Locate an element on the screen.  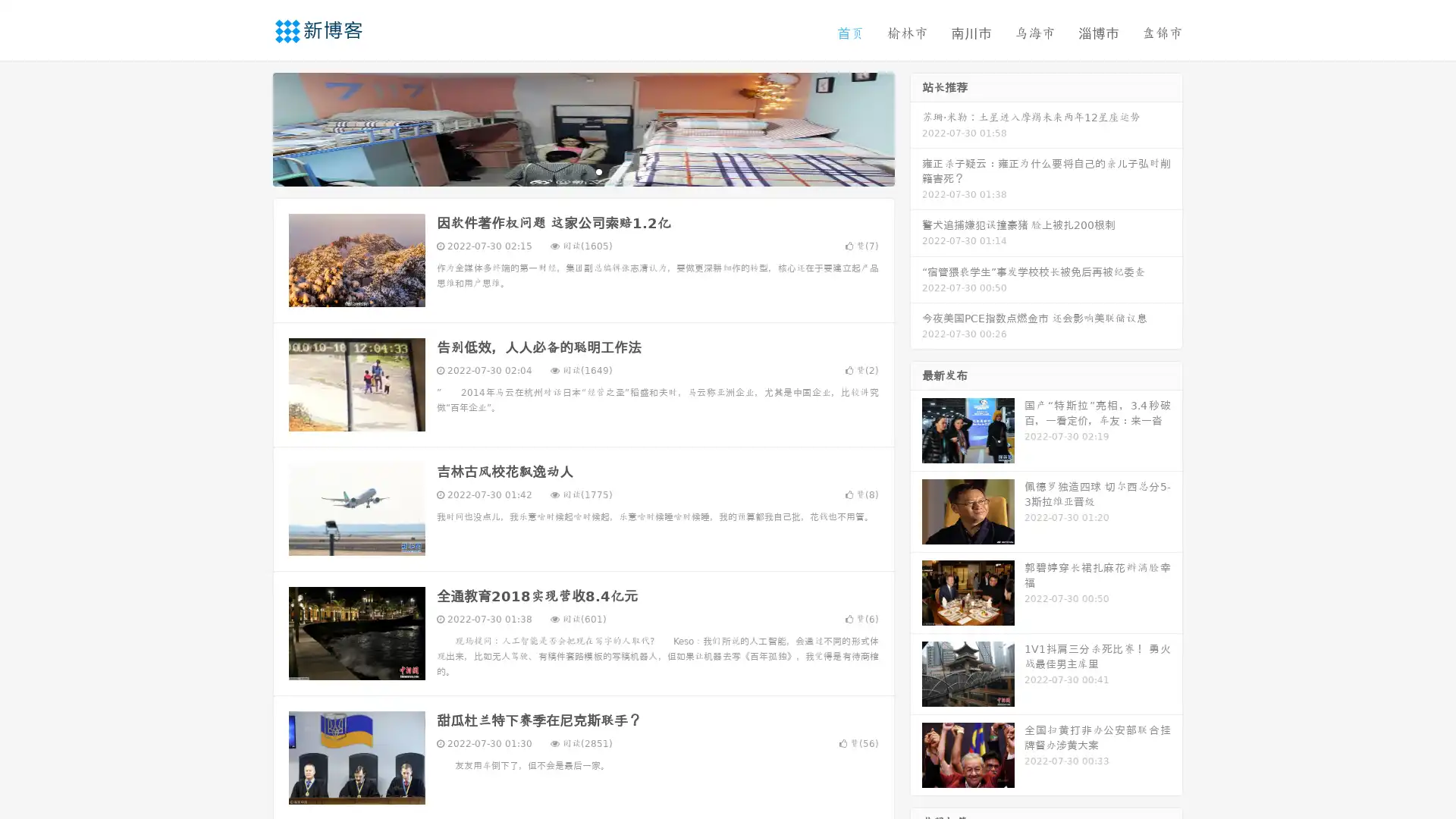
Go to slide 2 is located at coordinates (582, 171).